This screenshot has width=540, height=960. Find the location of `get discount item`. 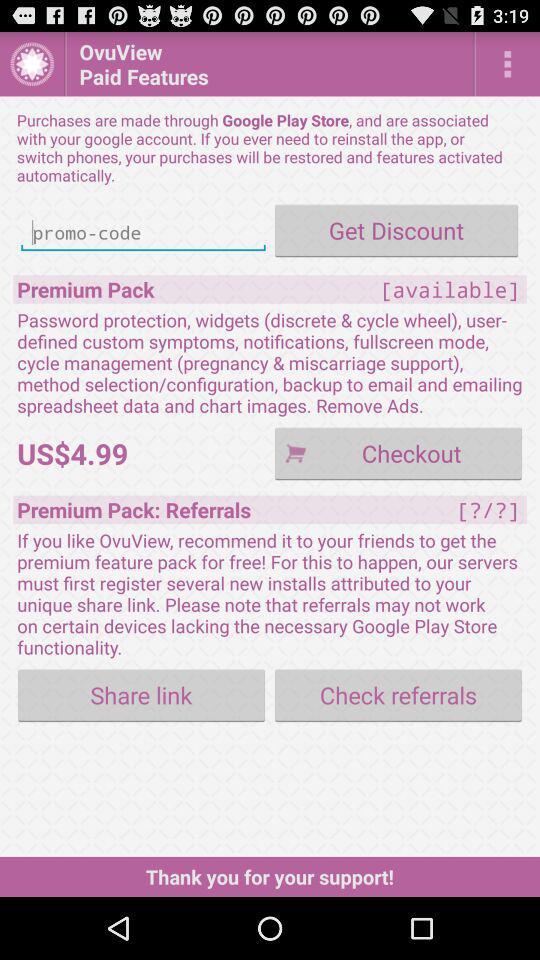

get discount item is located at coordinates (396, 230).